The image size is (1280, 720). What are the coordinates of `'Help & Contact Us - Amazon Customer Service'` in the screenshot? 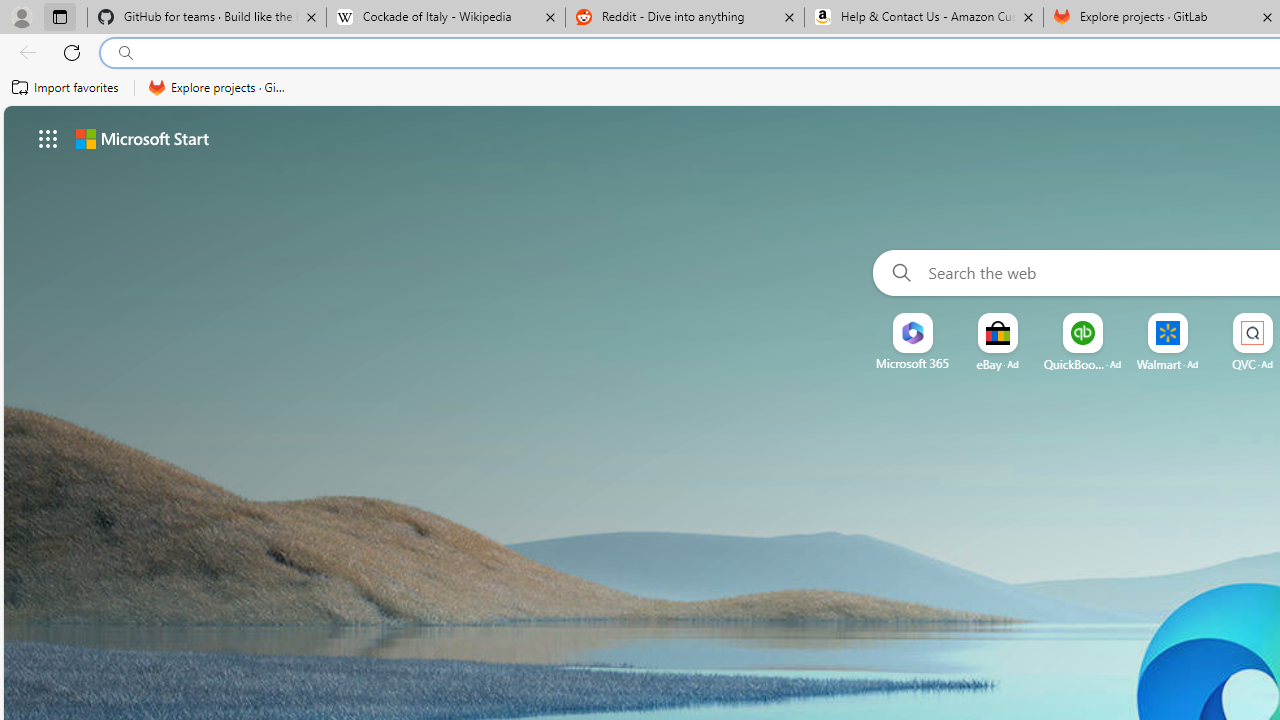 It's located at (923, 17).